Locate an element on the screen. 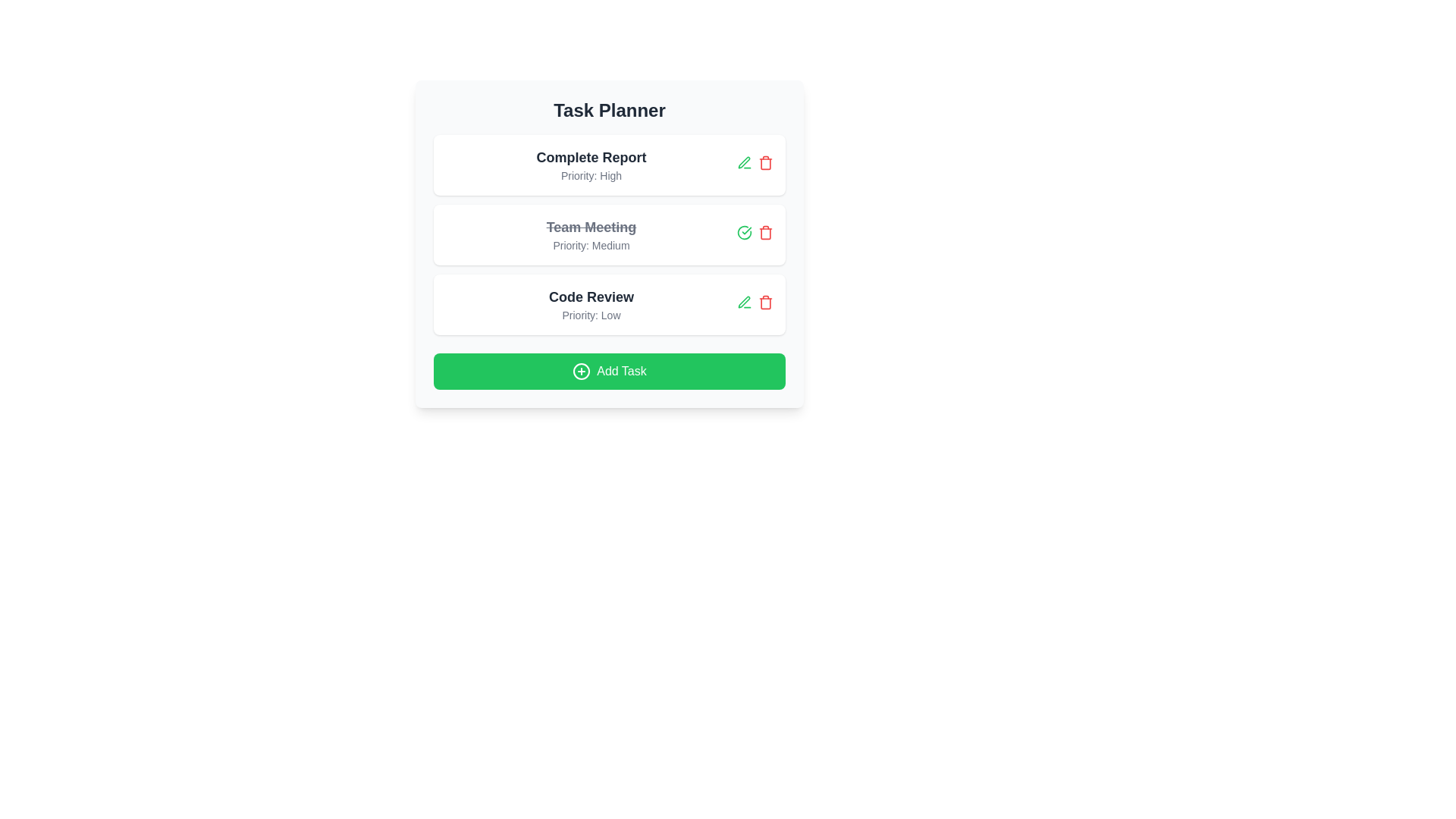 This screenshot has height=819, width=1456. the task title text for task 3 is located at coordinates (590, 297).